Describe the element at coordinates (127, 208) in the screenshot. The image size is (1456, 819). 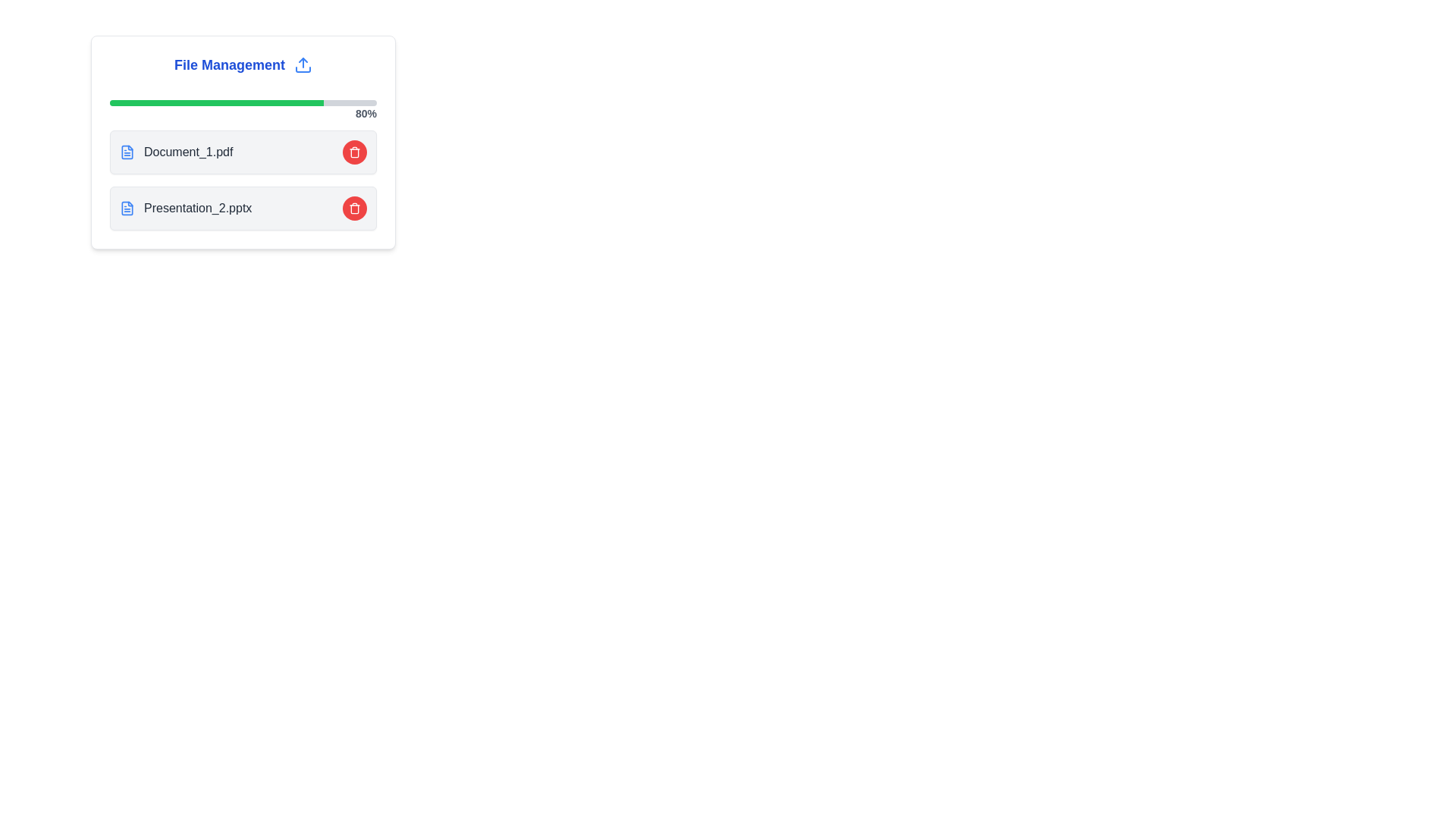
I see `the document file icon styled in blue, located to the left of the text 'Presentation_2.pptx'` at that location.